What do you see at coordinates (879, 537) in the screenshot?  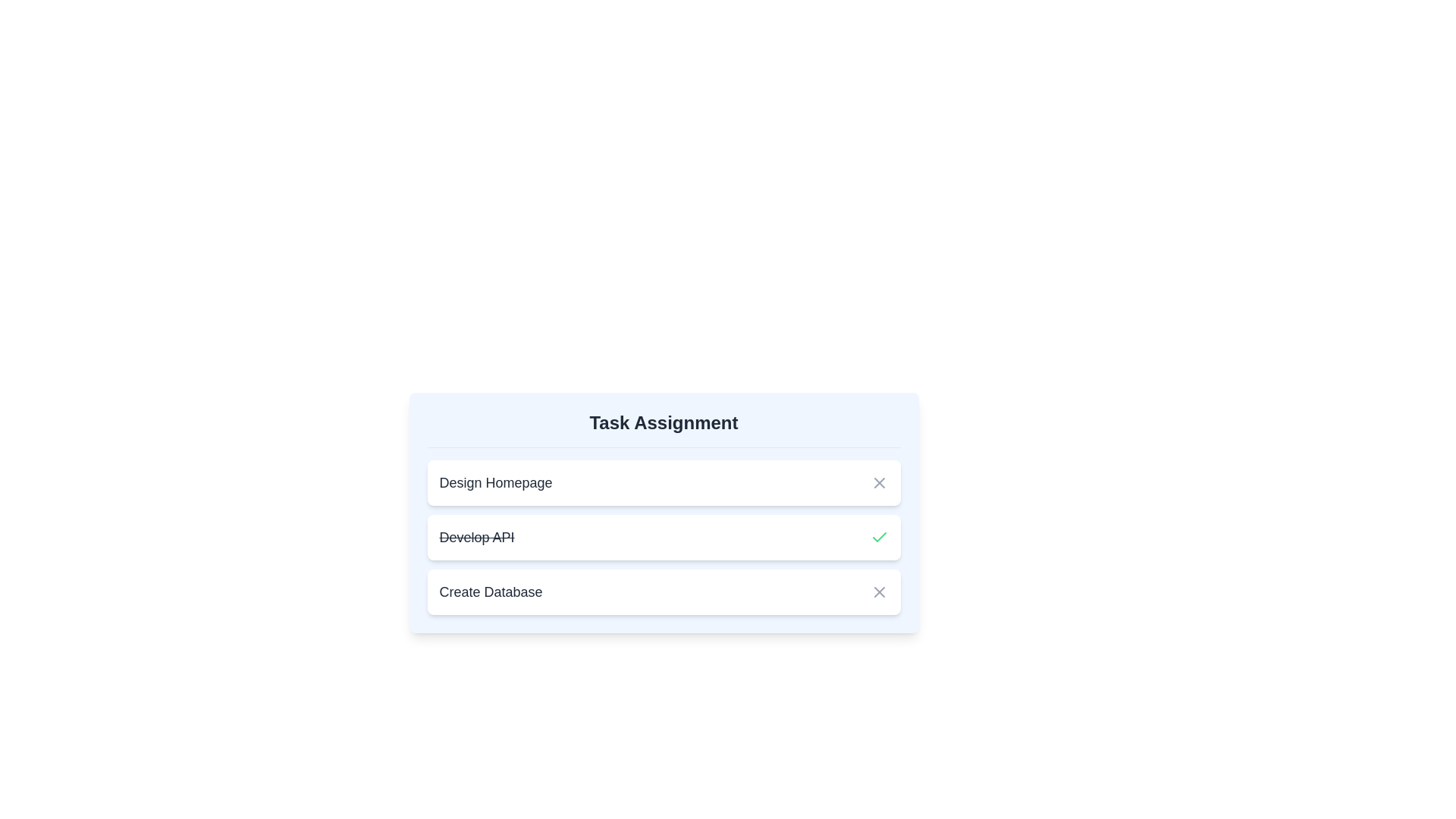 I see `the green checkmark icon located to the right of the 'Develop API' text` at bounding box center [879, 537].